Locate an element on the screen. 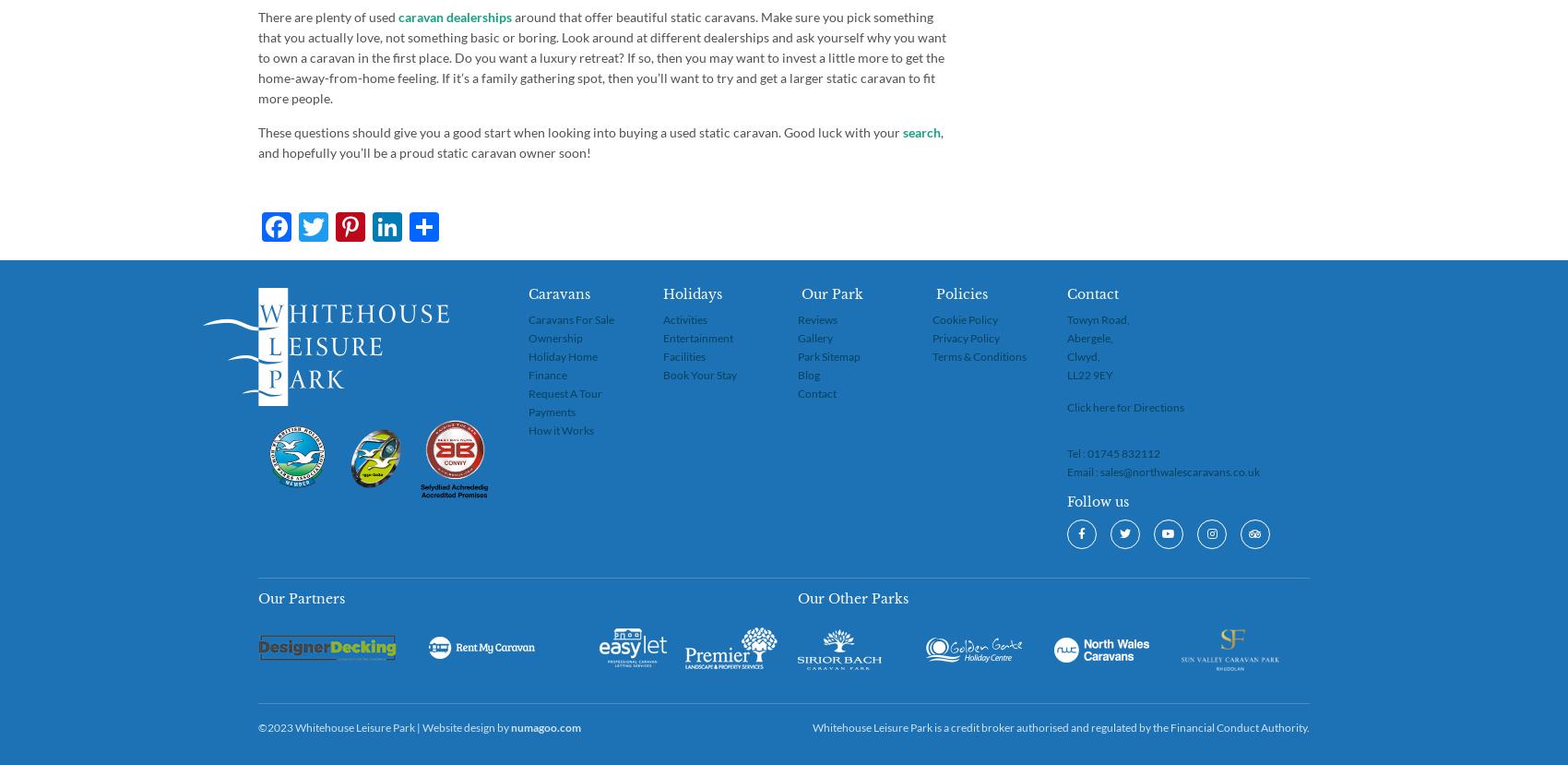  'caravan dealerships' is located at coordinates (398, 17).